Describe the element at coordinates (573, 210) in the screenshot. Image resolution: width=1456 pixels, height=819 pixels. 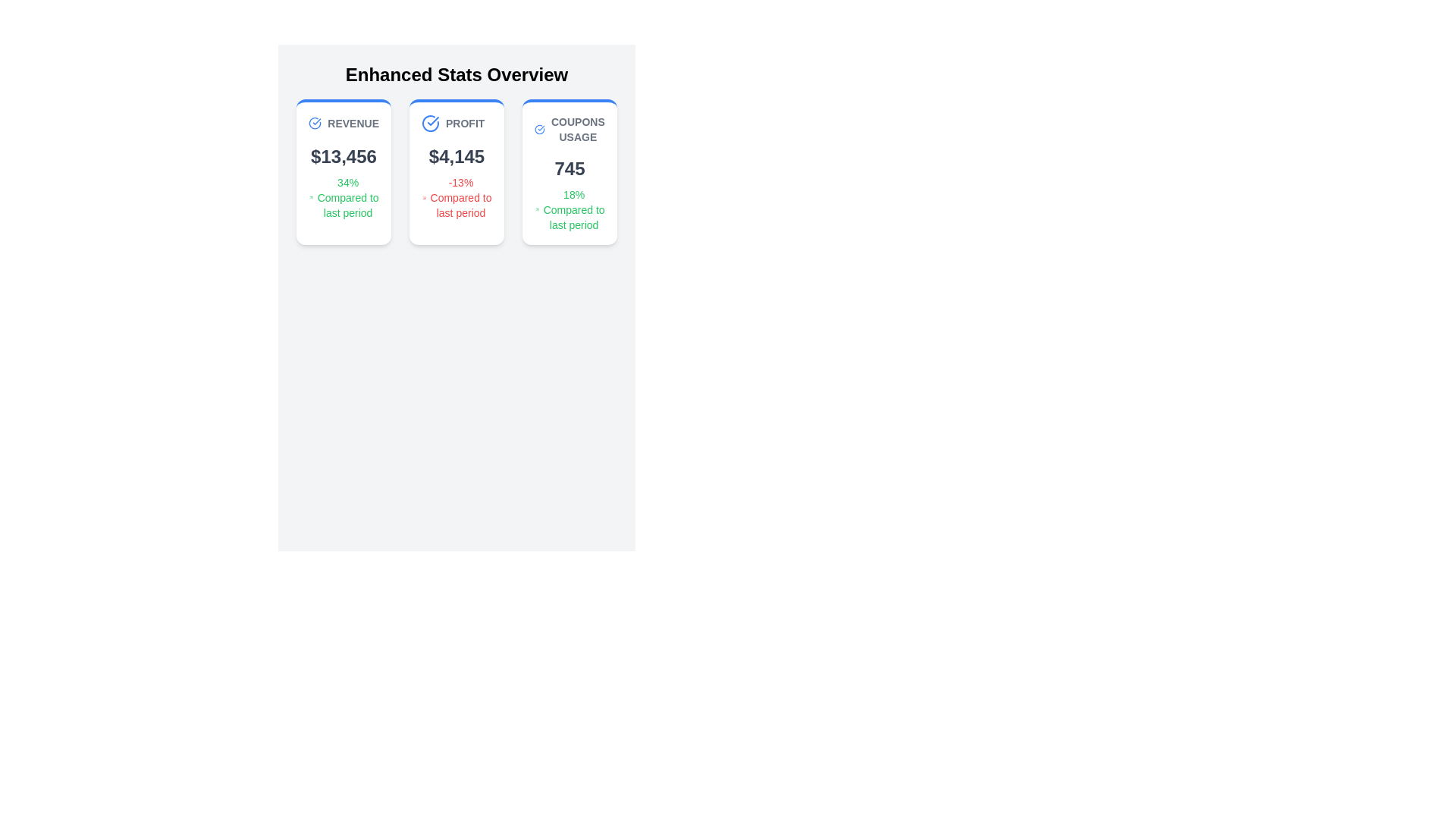
I see `the text displaying an 18% increase in the 'COUPONS USAGE' card, located beneath the numeric value '745' and the upward arrow icon` at that location.